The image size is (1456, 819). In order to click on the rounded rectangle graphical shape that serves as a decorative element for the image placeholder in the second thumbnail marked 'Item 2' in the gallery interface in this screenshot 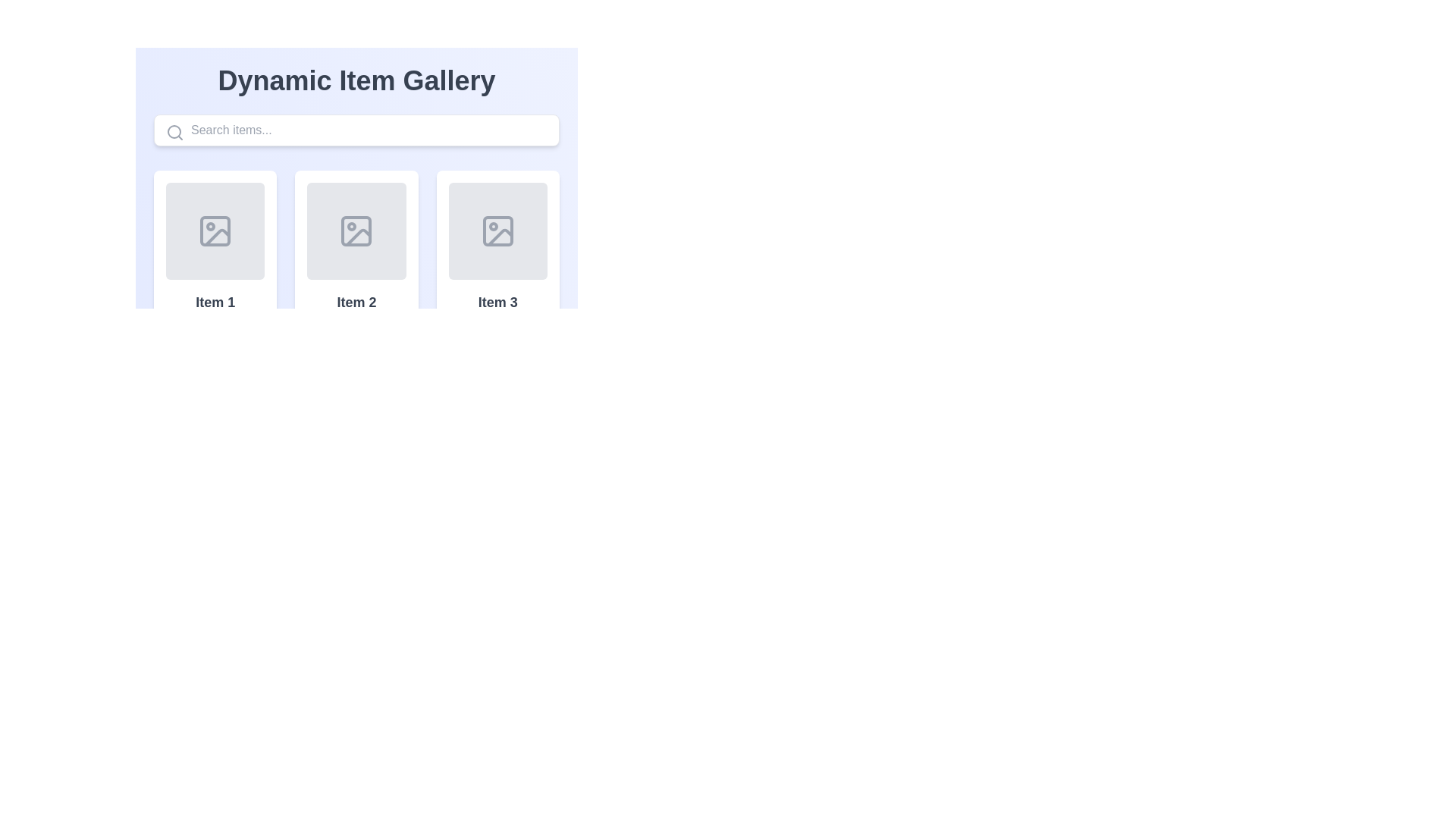, I will do `click(356, 231)`.